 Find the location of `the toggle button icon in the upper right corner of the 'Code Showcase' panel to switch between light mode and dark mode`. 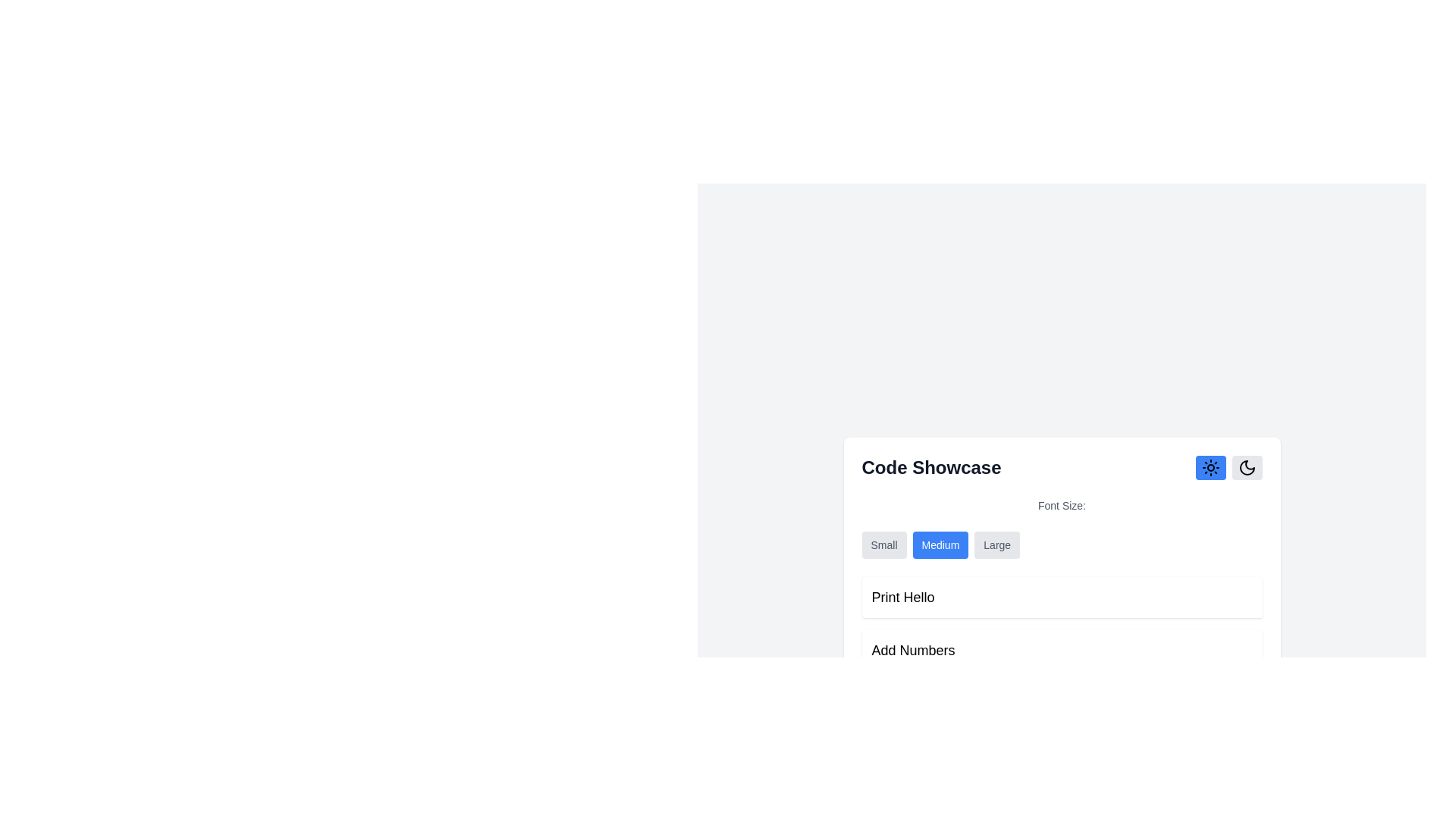

the toggle button icon in the upper right corner of the 'Code Showcase' panel to switch between light mode and dark mode is located at coordinates (1247, 467).